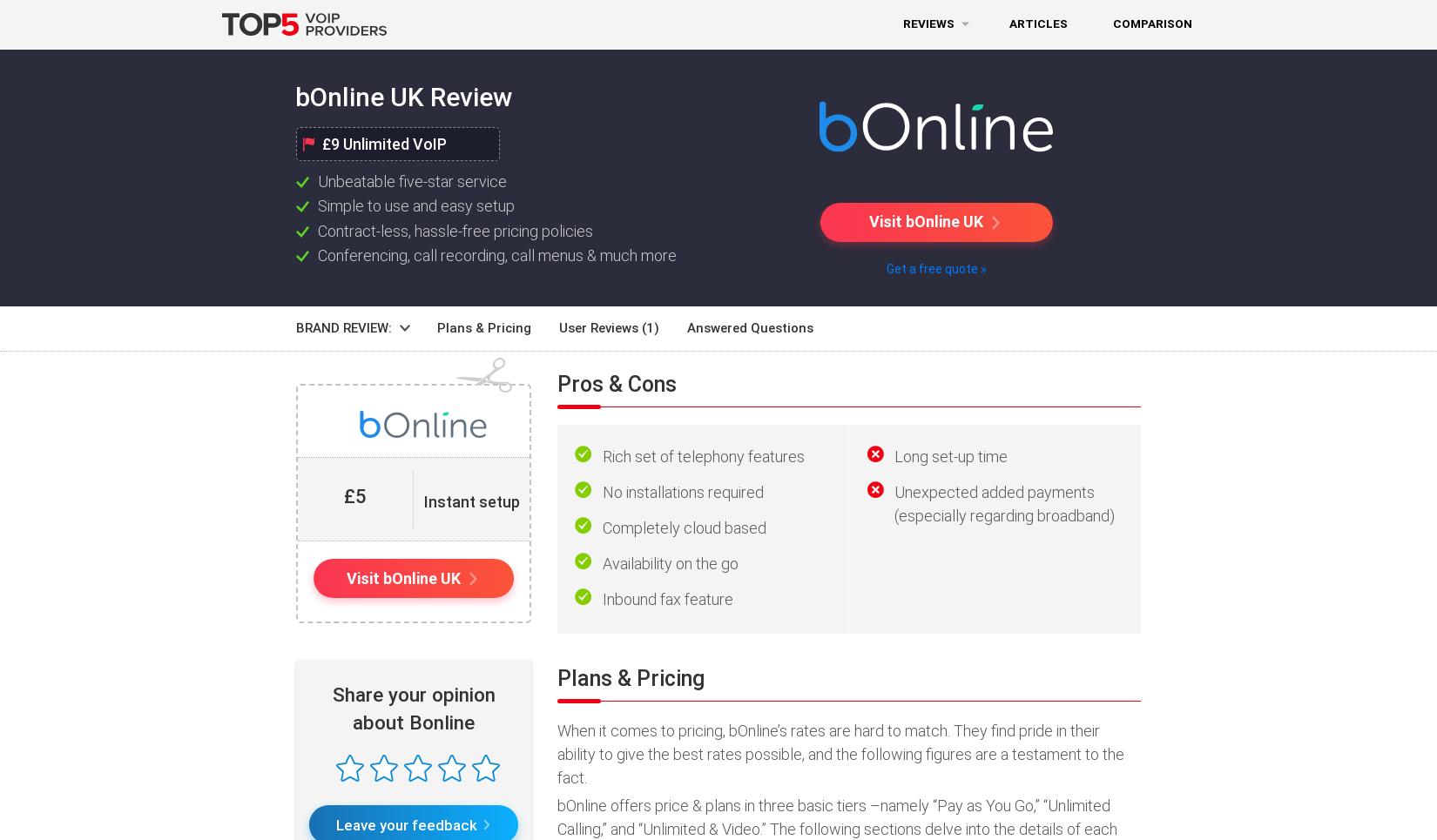 Image resolution: width=1437 pixels, height=840 pixels. What do you see at coordinates (470, 501) in the screenshot?
I see `'Instant setup'` at bounding box center [470, 501].